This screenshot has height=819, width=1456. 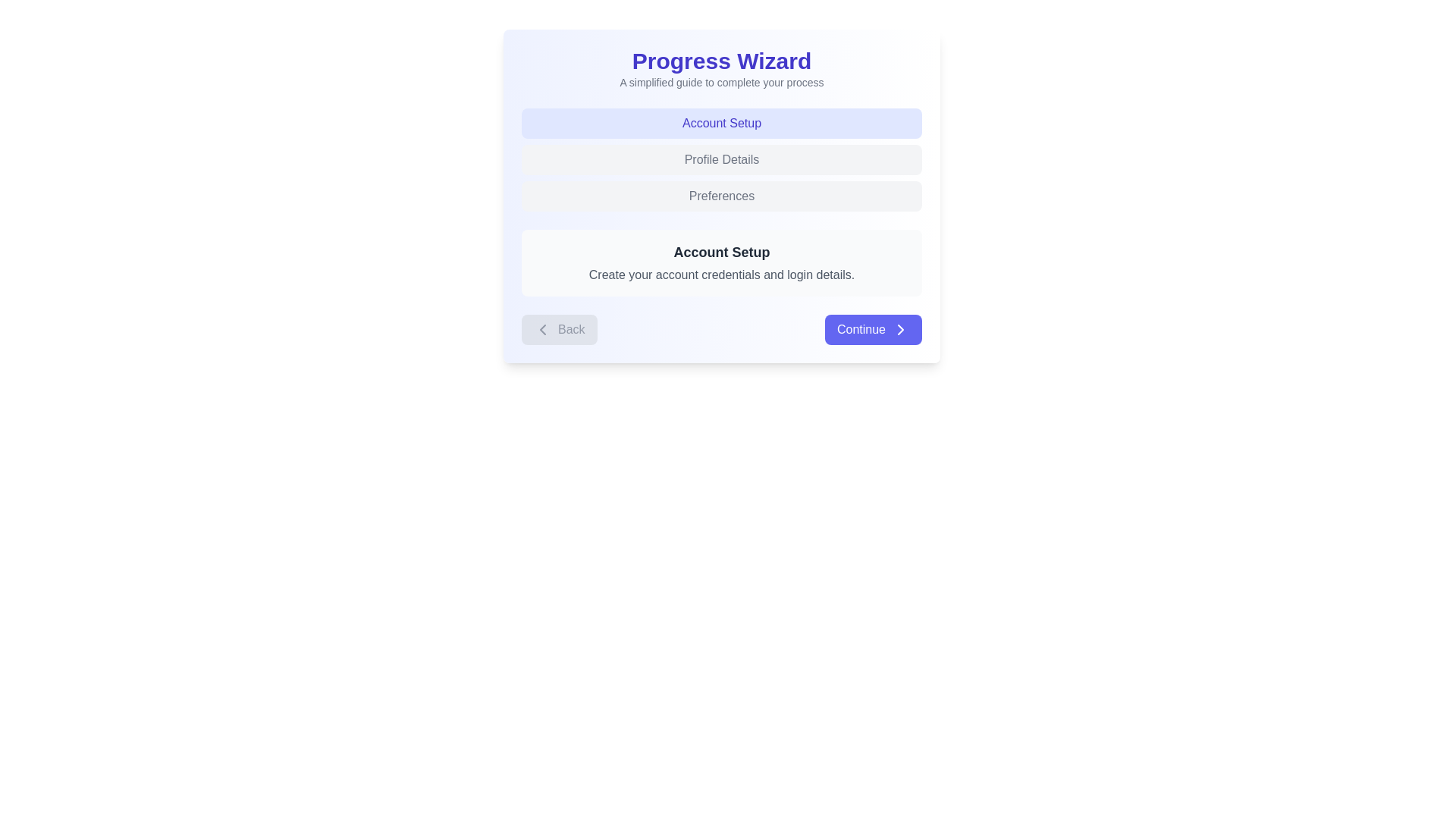 I want to click on the bold, black text label stating 'Account Setup' which is styled as a heading in the light blue-centered box, so click(x=720, y=251).